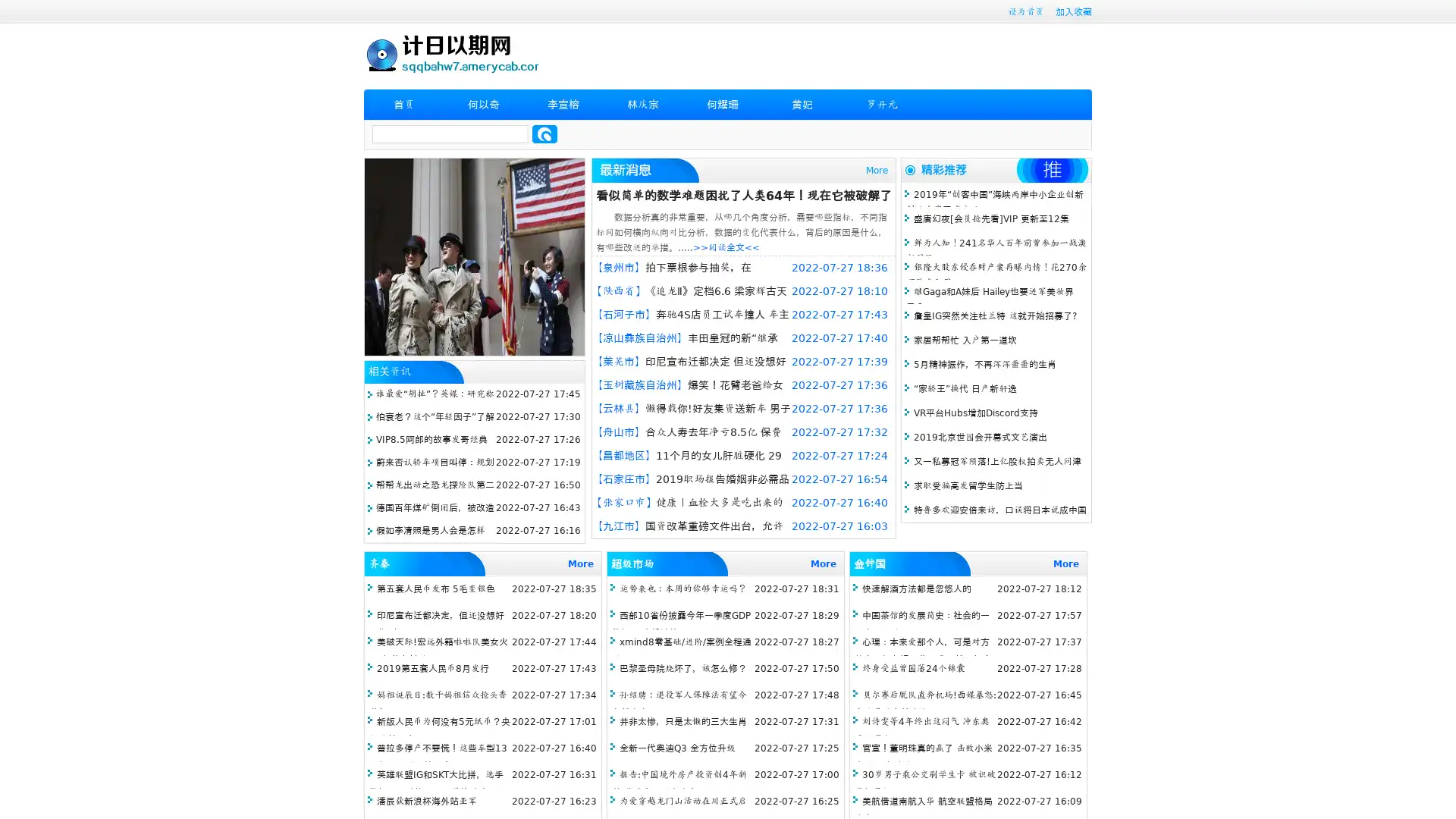 The image size is (1456, 819). What do you see at coordinates (544, 133) in the screenshot?
I see `Search` at bounding box center [544, 133].